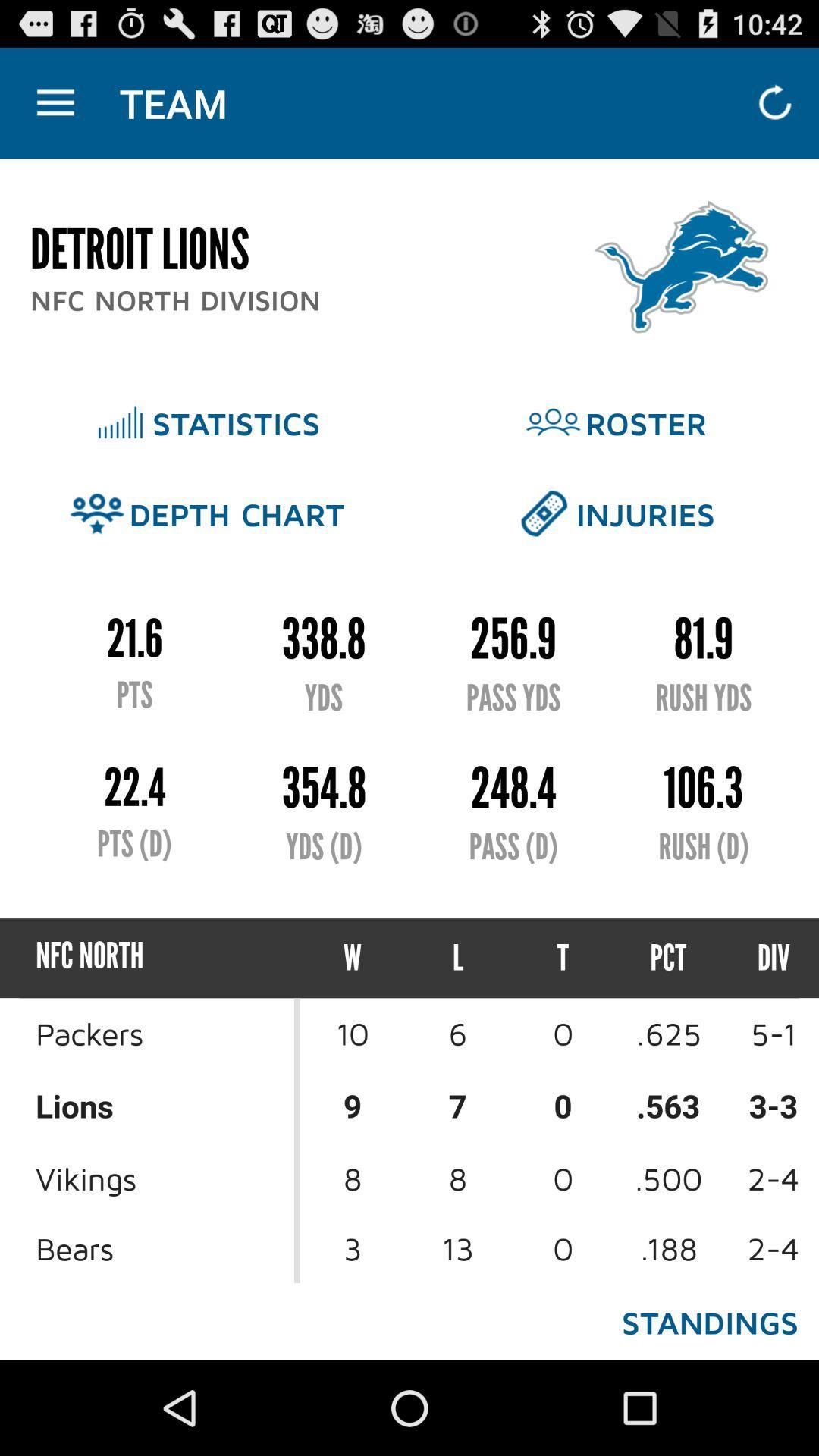  I want to click on the item next to l icon, so click(563, 957).